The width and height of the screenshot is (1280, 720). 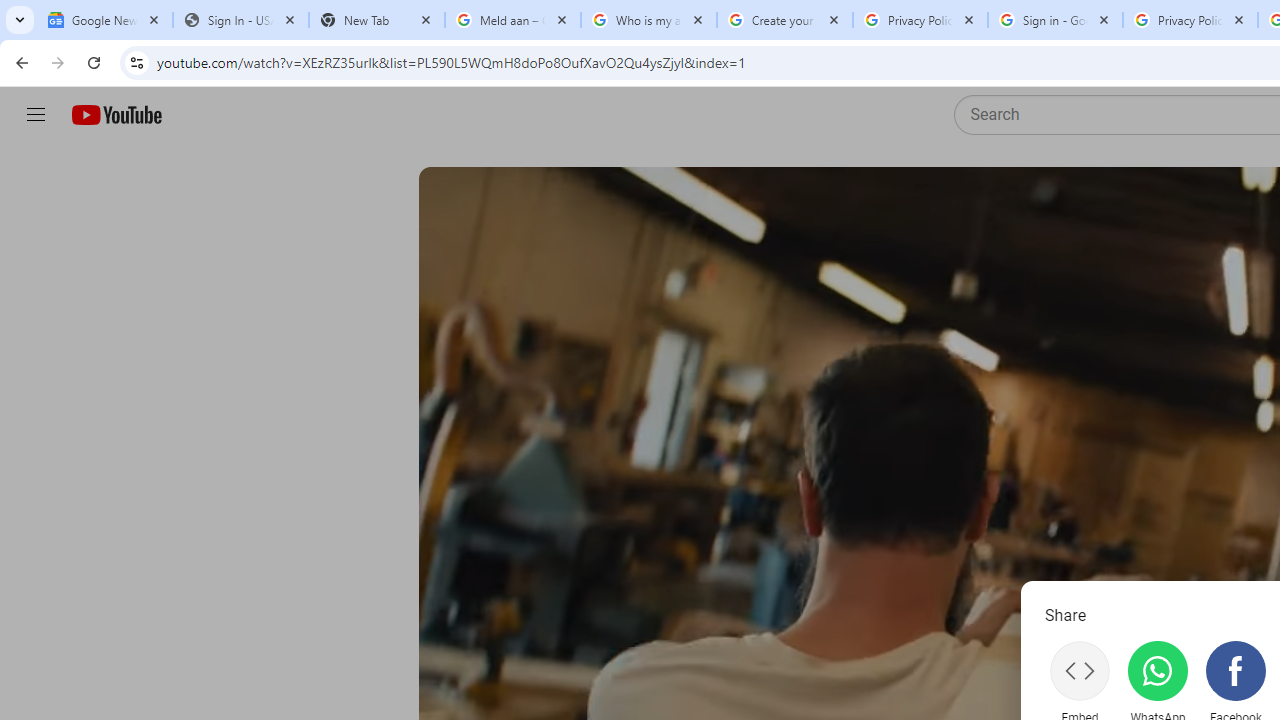 I want to click on 'Who is my administrator? - Google Account Help', so click(x=648, y=20).